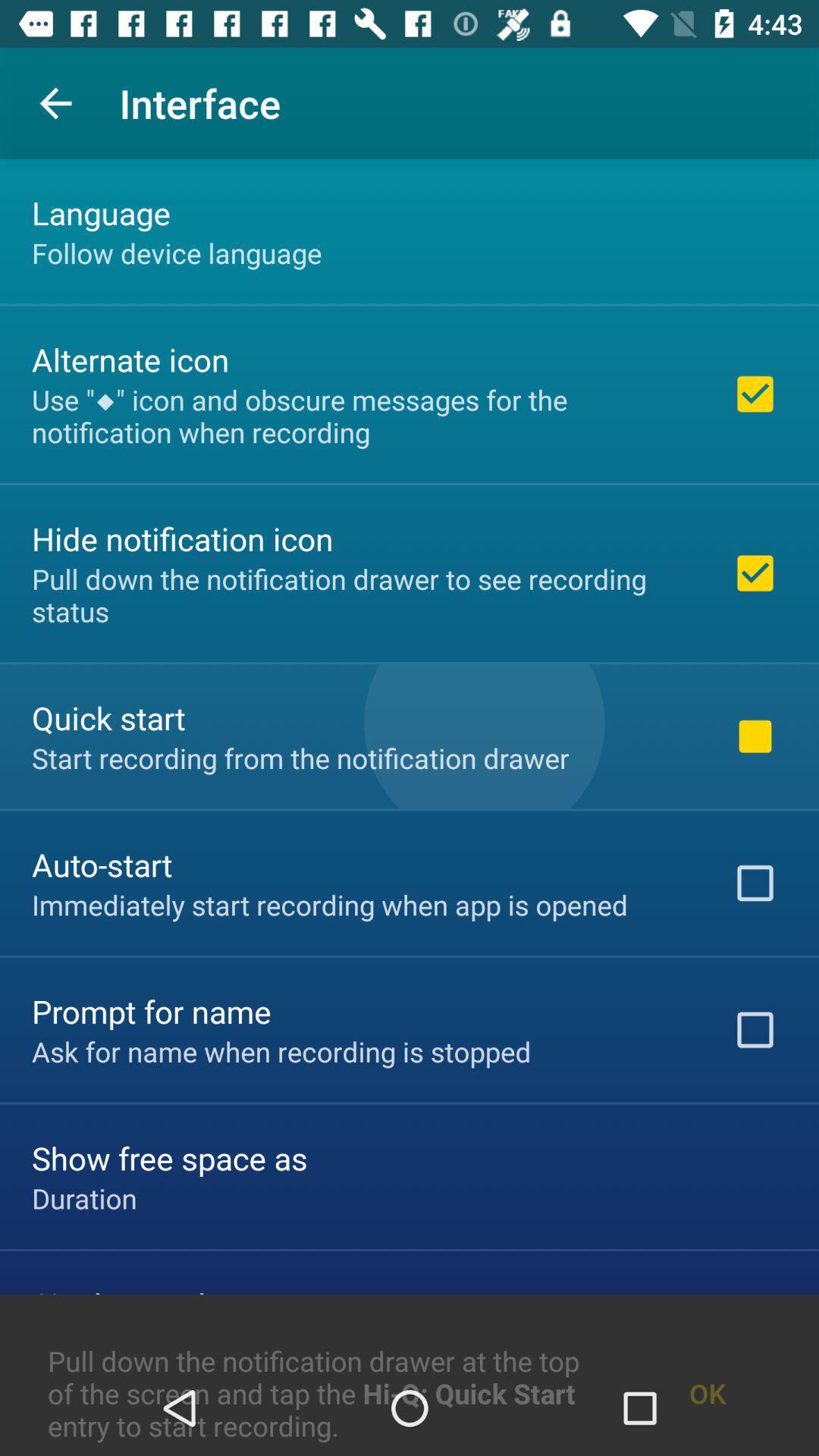  Describe the element at coordinates (84, 1197) in the screenshot. I see `duration` at that location.